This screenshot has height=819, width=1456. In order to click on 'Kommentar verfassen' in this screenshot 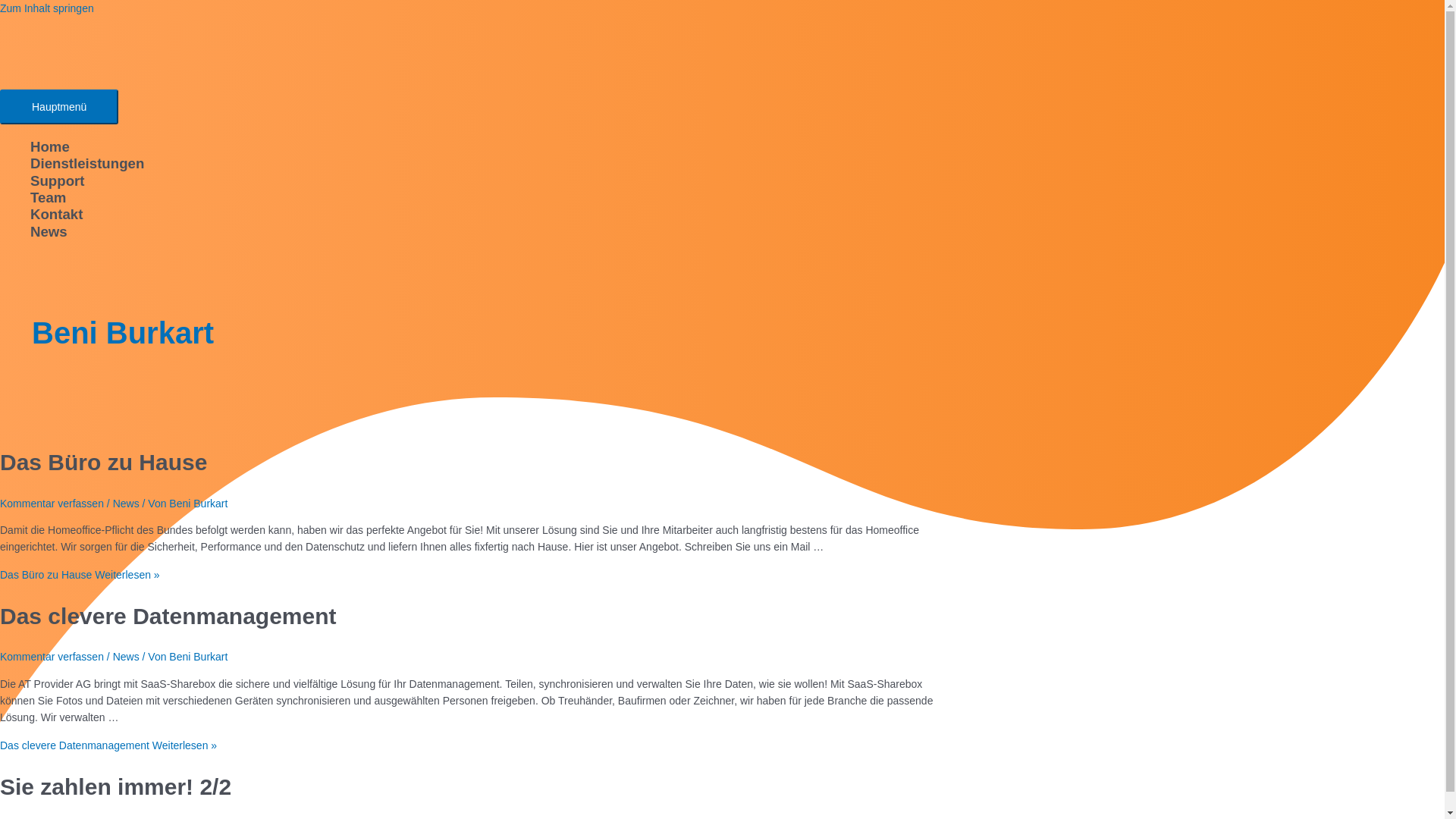, I will do `click(52, 656)`.